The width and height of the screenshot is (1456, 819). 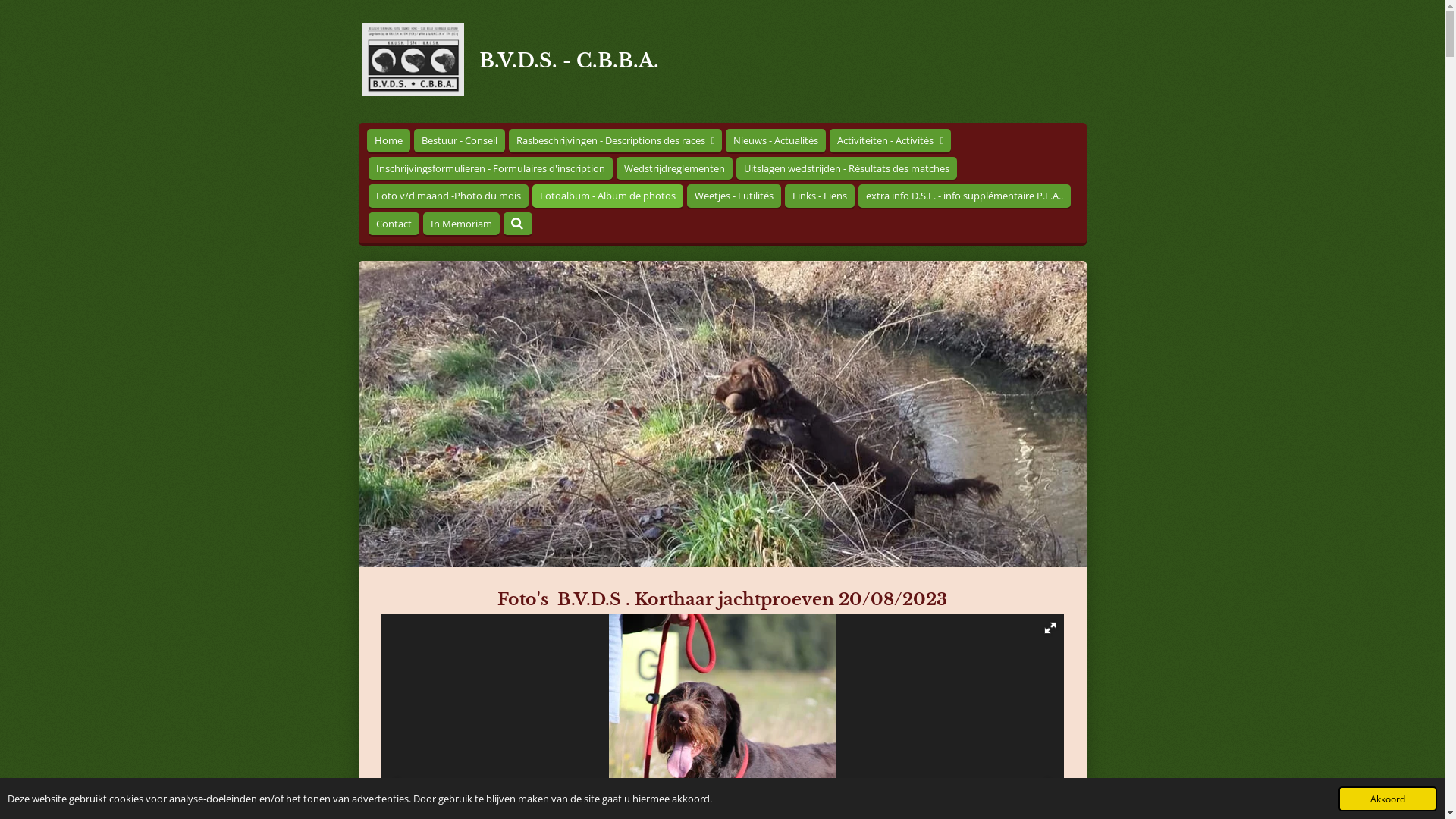 What do you see at coordinates (503, 224) in the screenshot?
I see `'Zoeken'` at bounding box center [503, 224].